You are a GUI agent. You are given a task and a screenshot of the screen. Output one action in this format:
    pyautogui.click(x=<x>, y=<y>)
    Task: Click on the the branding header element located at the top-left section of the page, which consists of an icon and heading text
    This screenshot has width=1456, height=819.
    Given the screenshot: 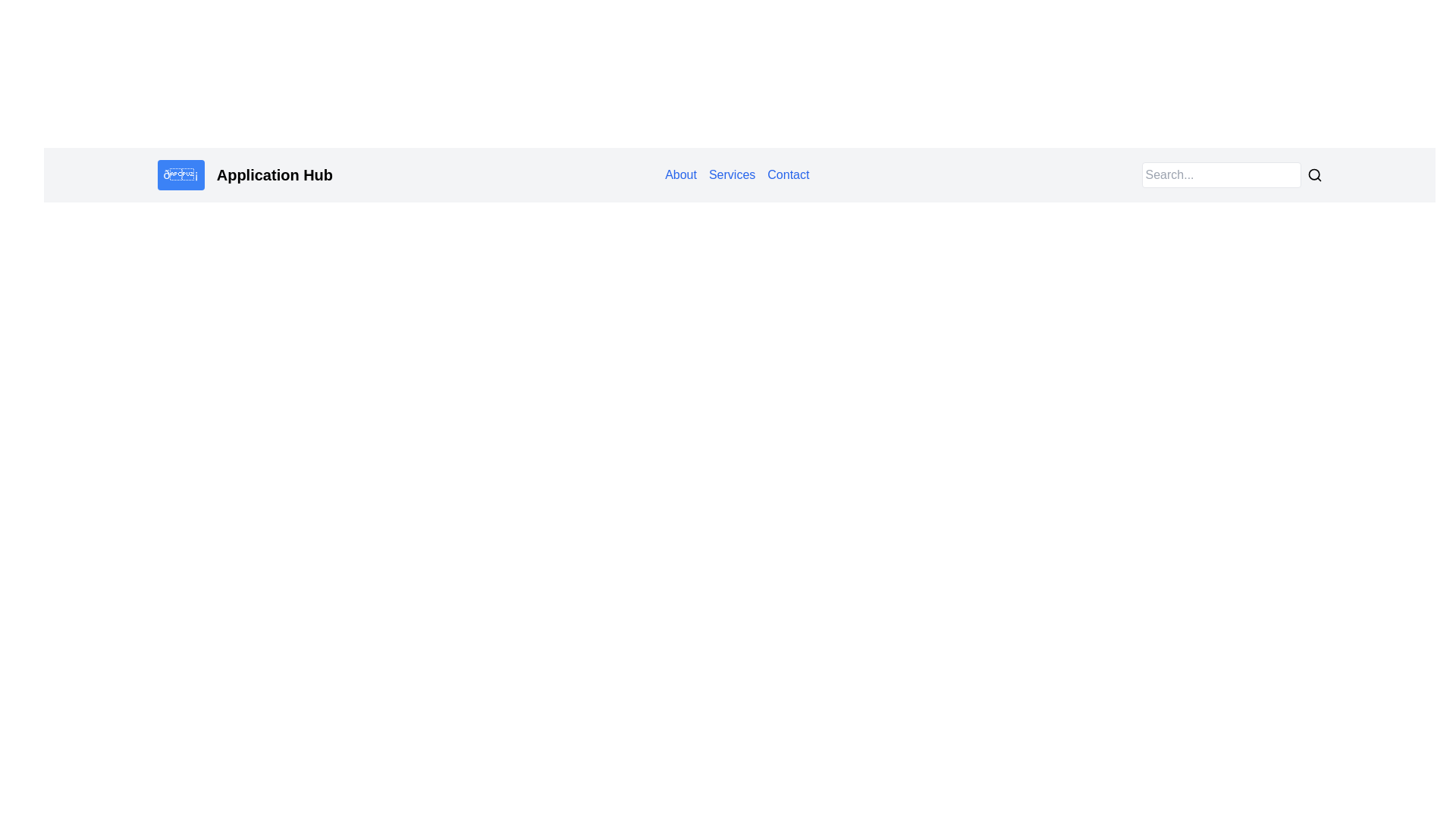 What is the action you would take?
    pyautogui.click(x=245, y=174)
    